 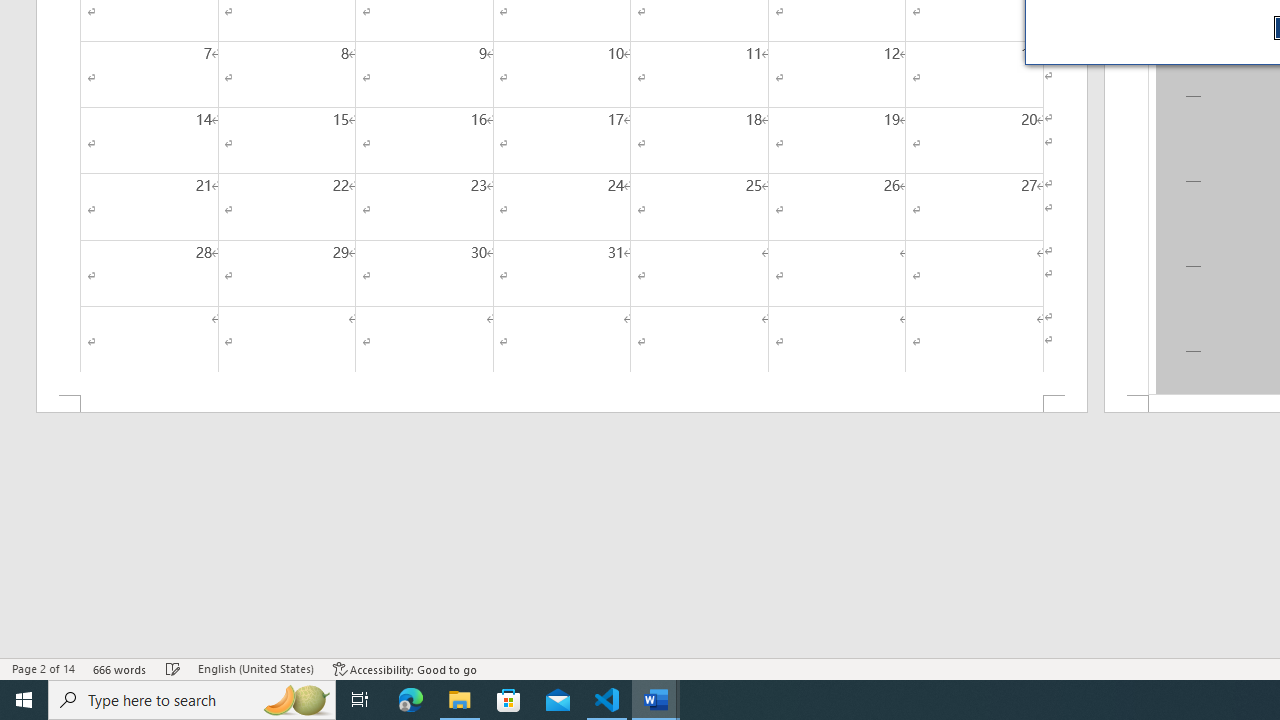 I want to click on 'Language English (United States)', so click(x=255, y=669).